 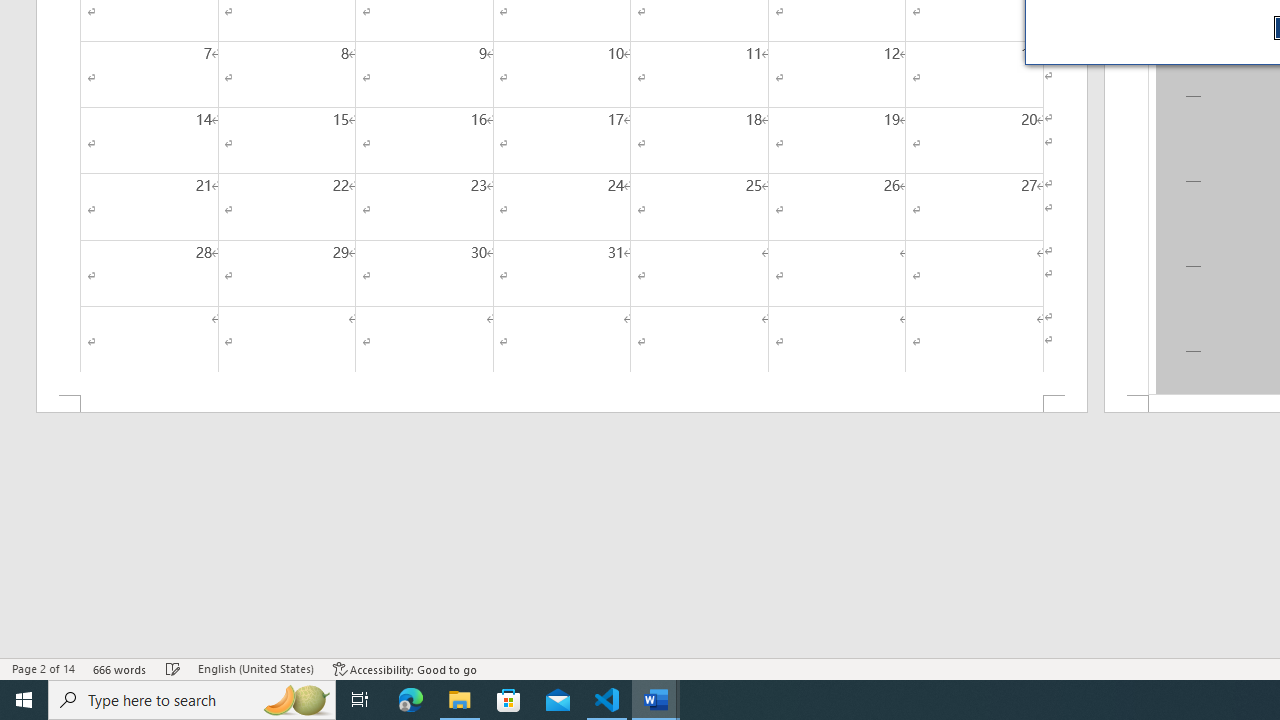 I want to click on 'Language English (United States)', so click(x=255, y=669).